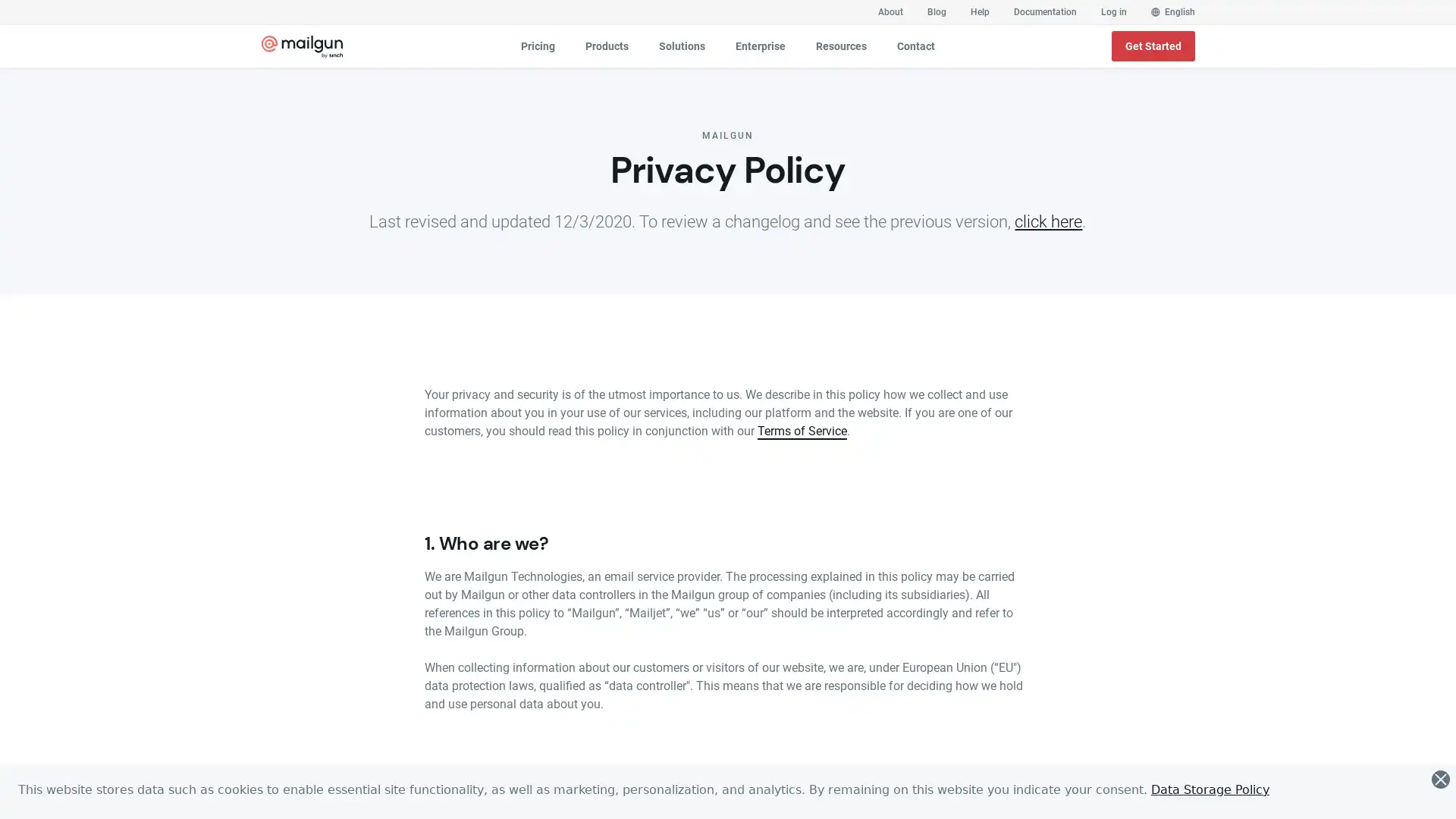  What do you see at coordinates (980, 11) in the screenshot?
I see `Help` at bounding box center [980, 11].